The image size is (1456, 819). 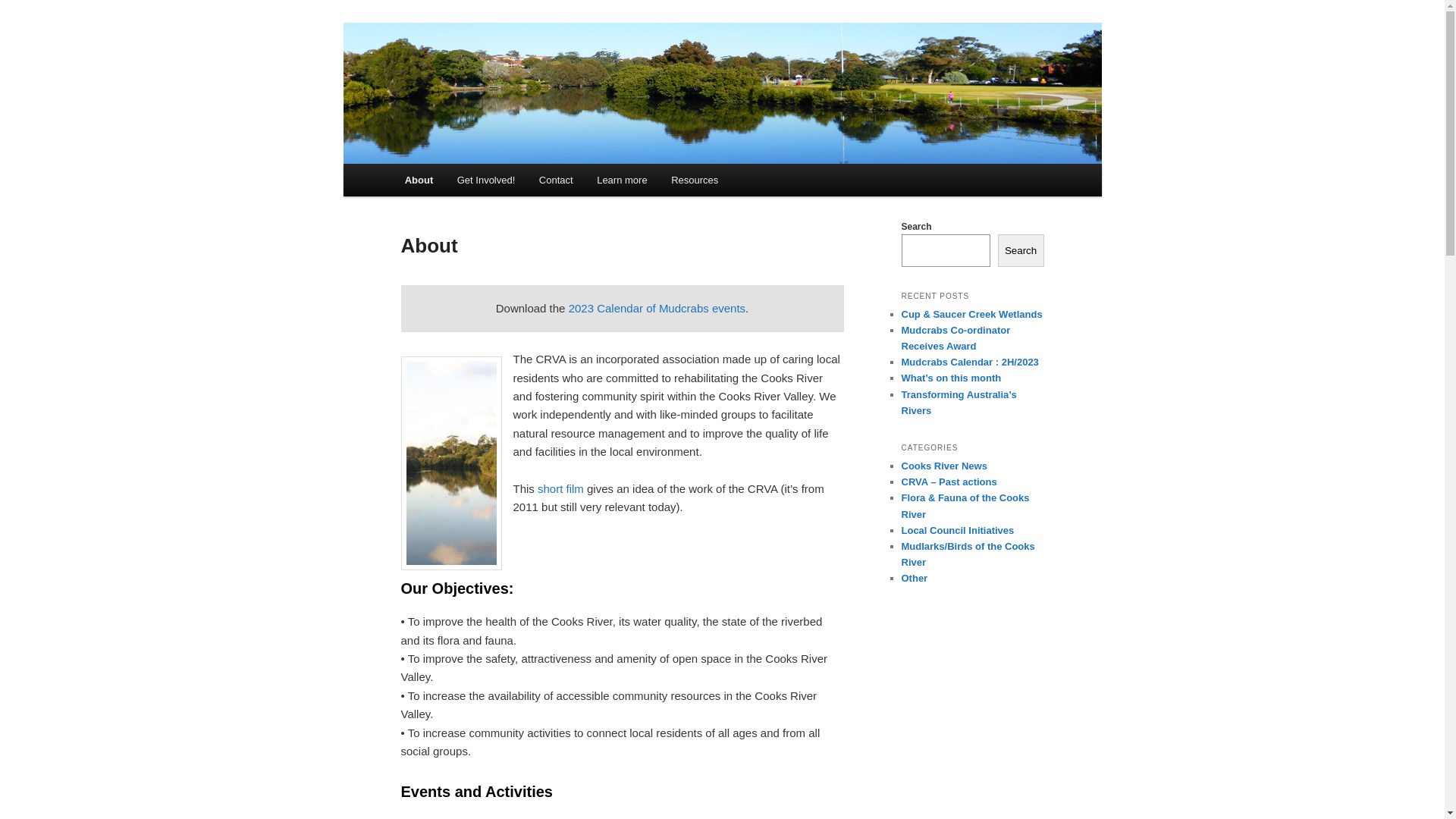 What do you see at coordinates (967, 554) in the screenshot?
I see `'Mudlarks/Birds of the Cooks River'` at bounding box center [967, 554].